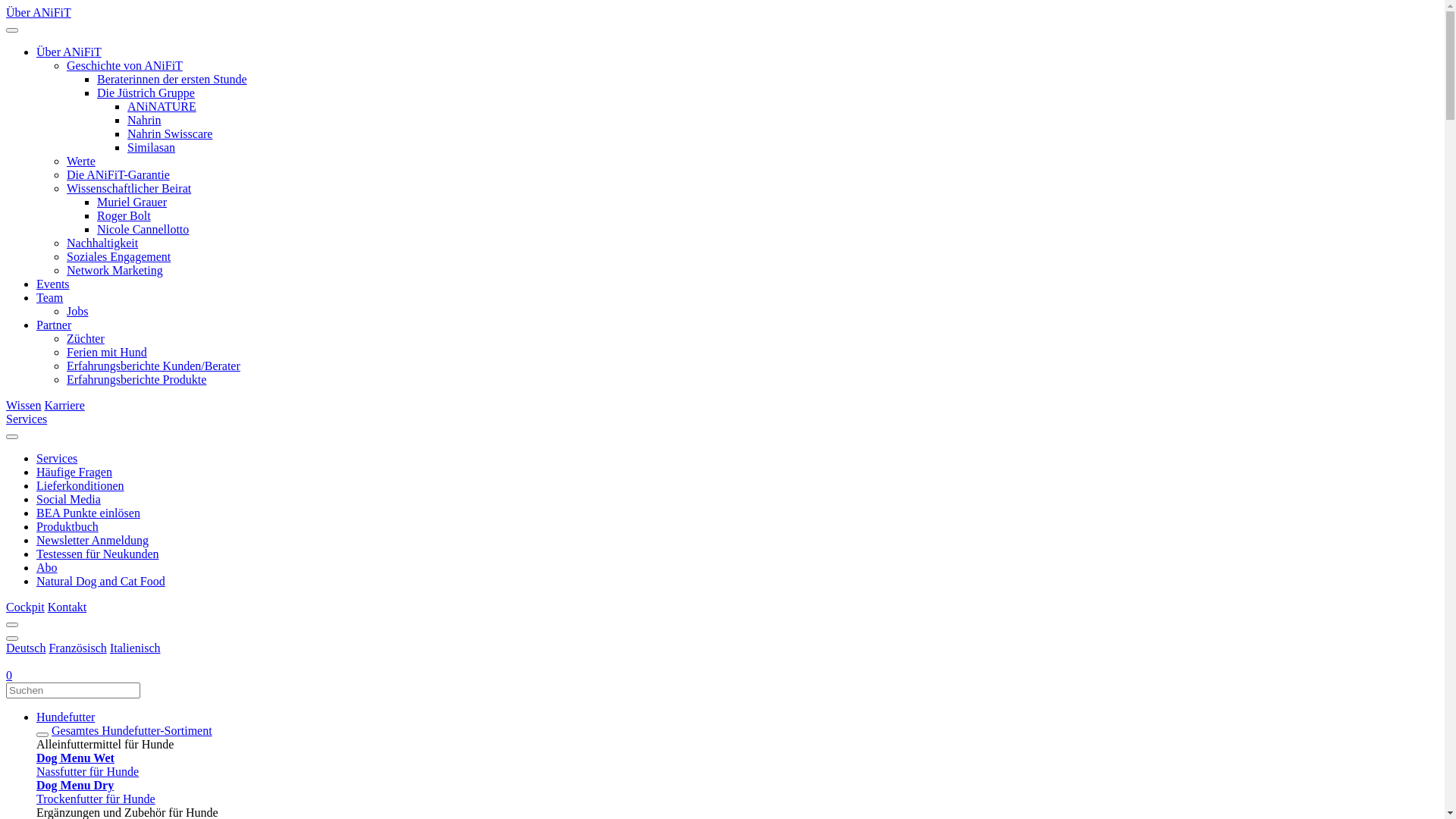  What do you see at coordinates (67, 499) in the screenshot?
I see `'Social Media'` at bounding box center [67, 499].